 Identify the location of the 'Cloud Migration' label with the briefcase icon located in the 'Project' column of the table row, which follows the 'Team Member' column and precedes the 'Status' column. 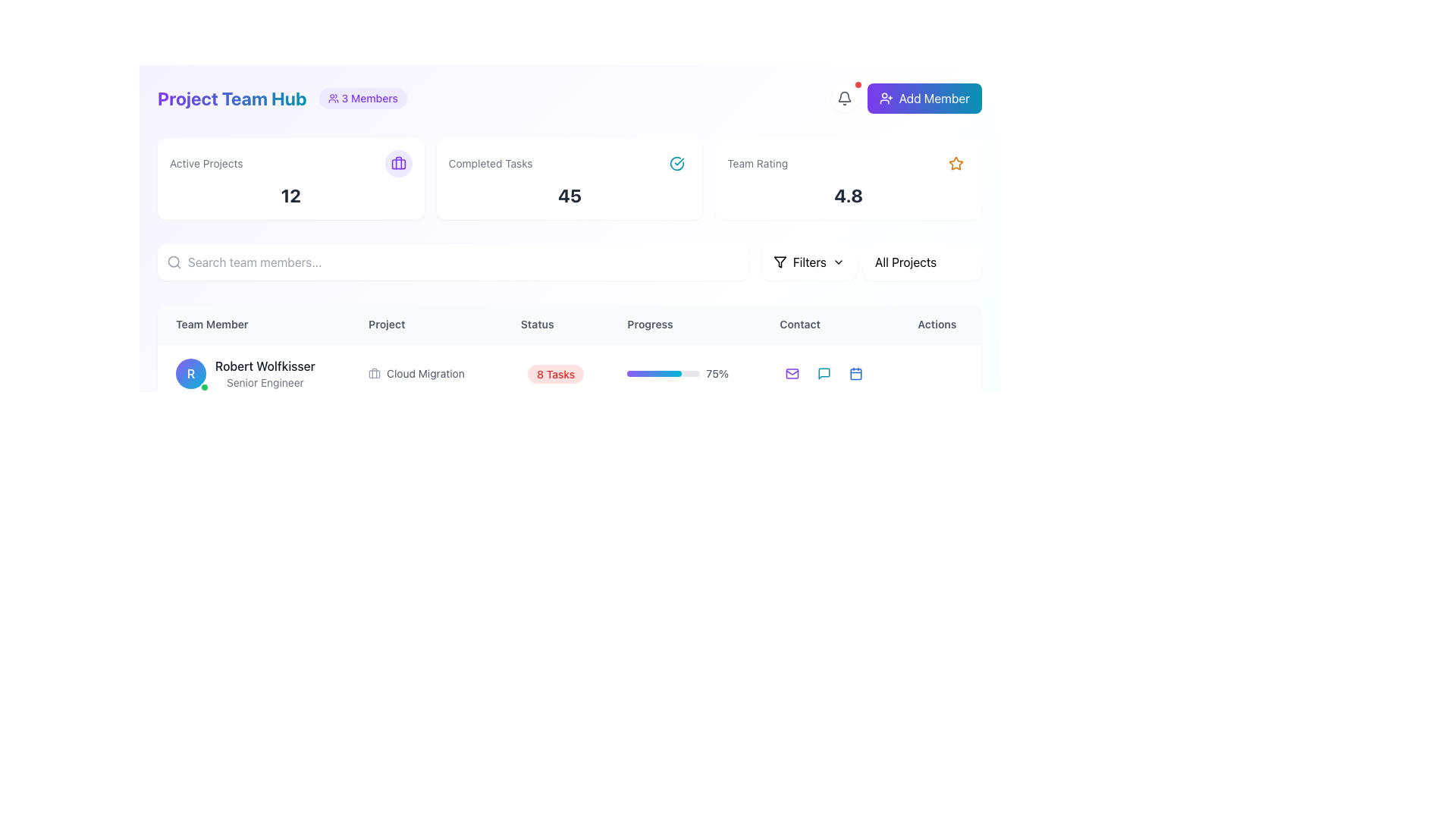
(425, 374).